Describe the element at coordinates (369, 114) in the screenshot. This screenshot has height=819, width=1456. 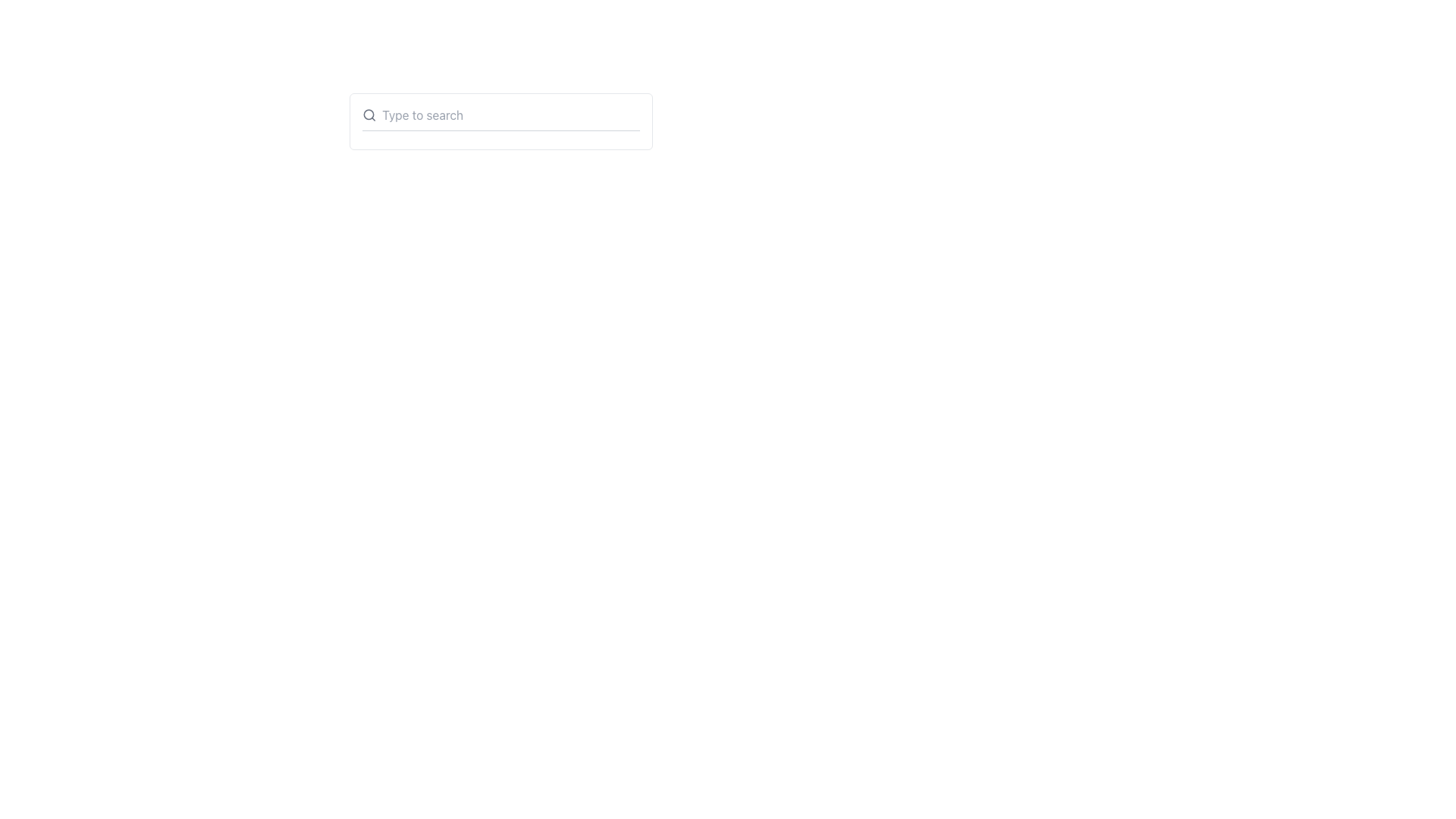
I see `the search icon located at the leftmost position next to the text input area, which visually represents a search function` at that location.